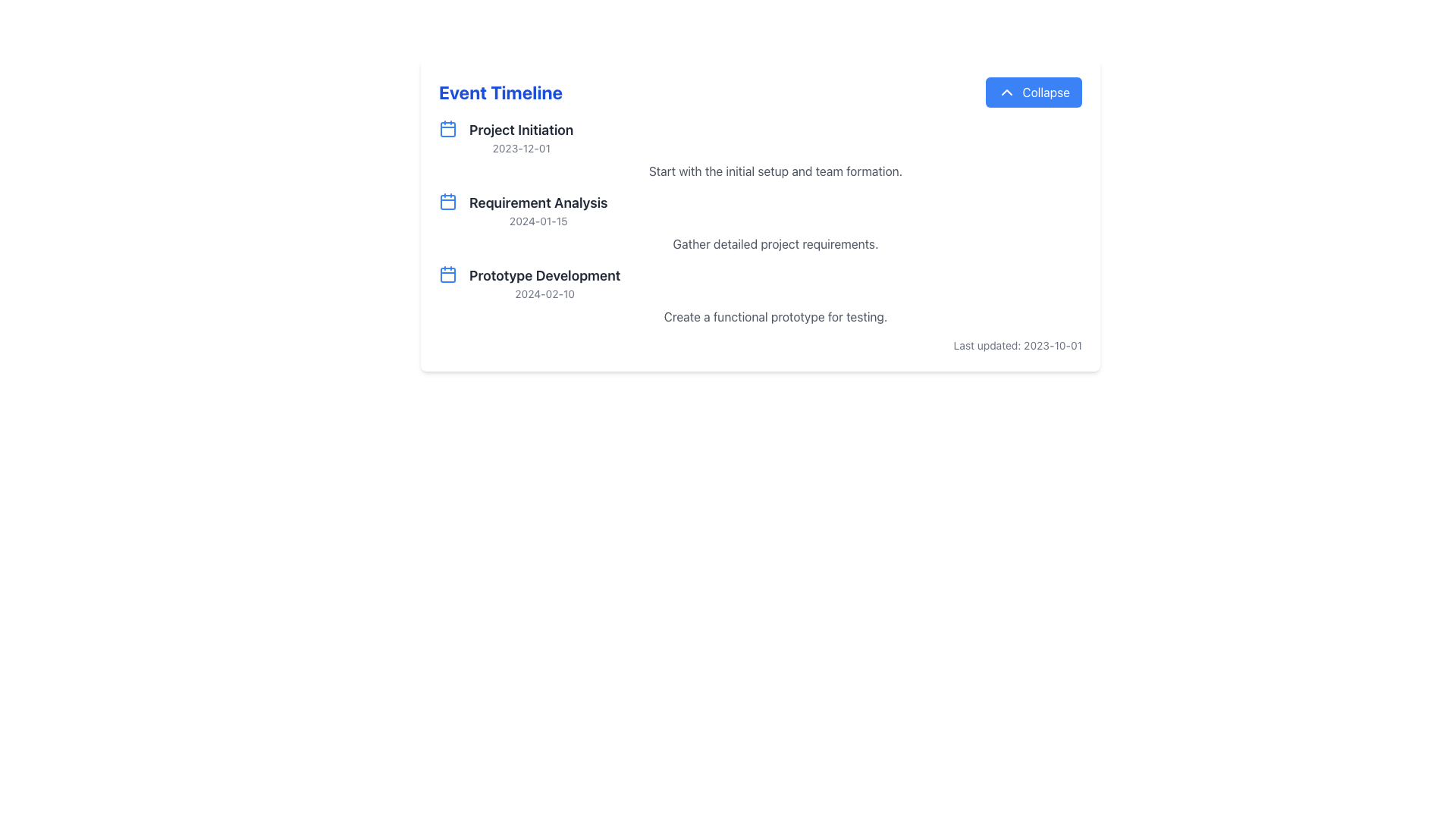  I want to click on the date label indicating the specific associated date for the timeline entry labeled 'Requirement Analysis', which is centered below the heading 'Requirement Analysis', so click(538, 221).